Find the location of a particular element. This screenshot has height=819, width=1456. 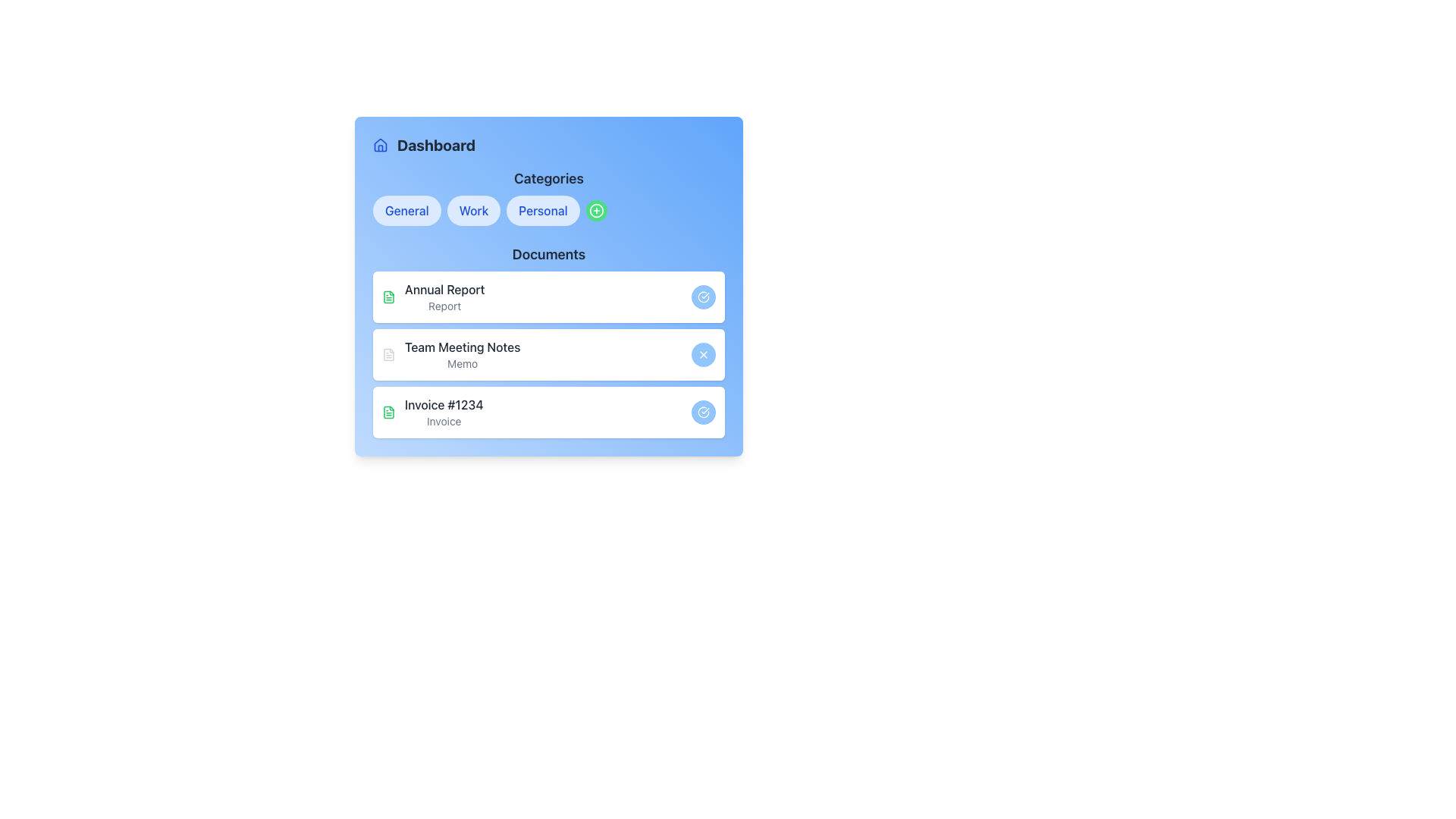

the circular button to the right of the 'Team Meeting Notes' document card in the 'Documents' section is located at coordinates (548, 354).